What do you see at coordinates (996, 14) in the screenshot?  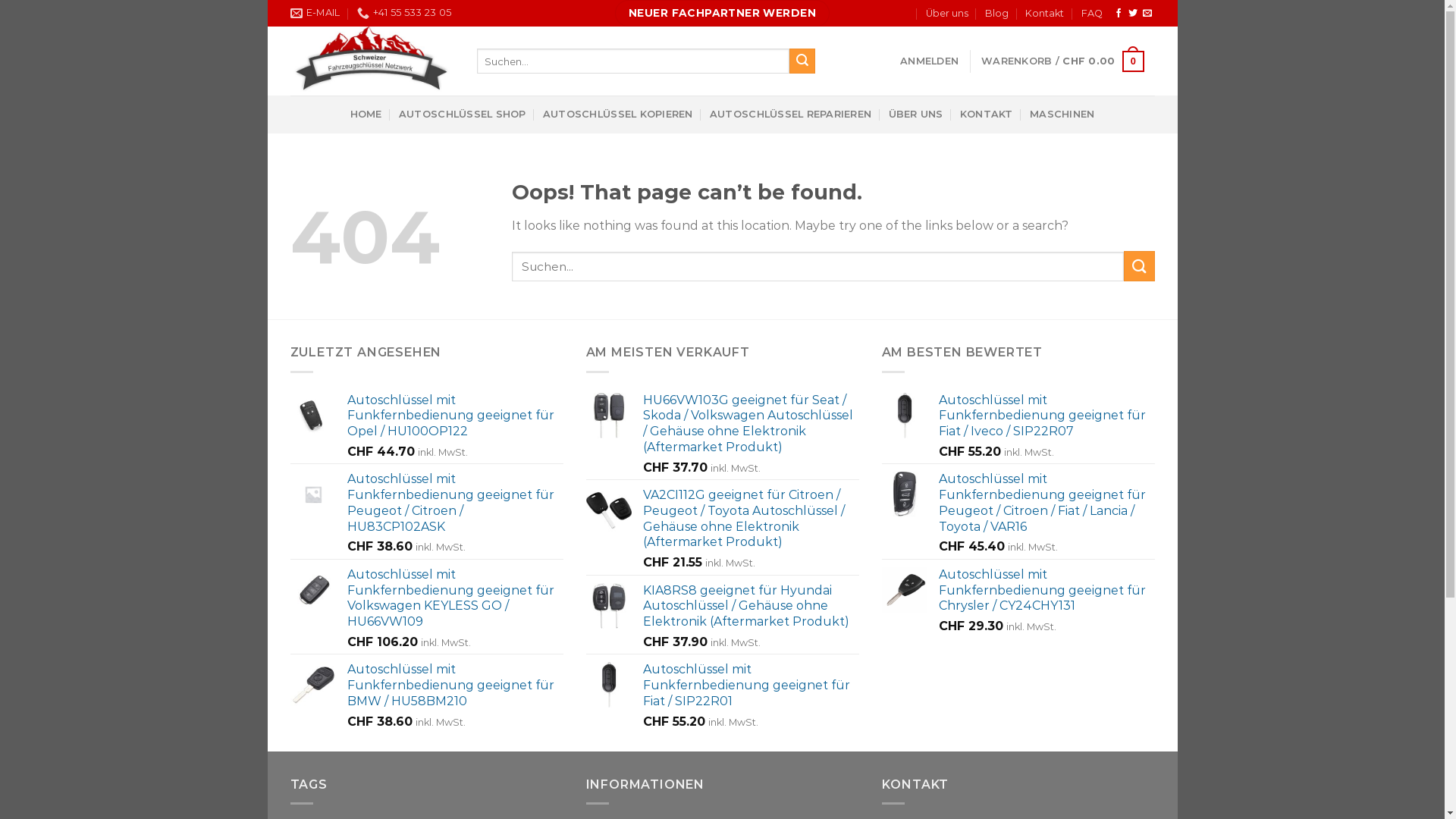 I see `'Blog'` at bounding box center [996, 14].